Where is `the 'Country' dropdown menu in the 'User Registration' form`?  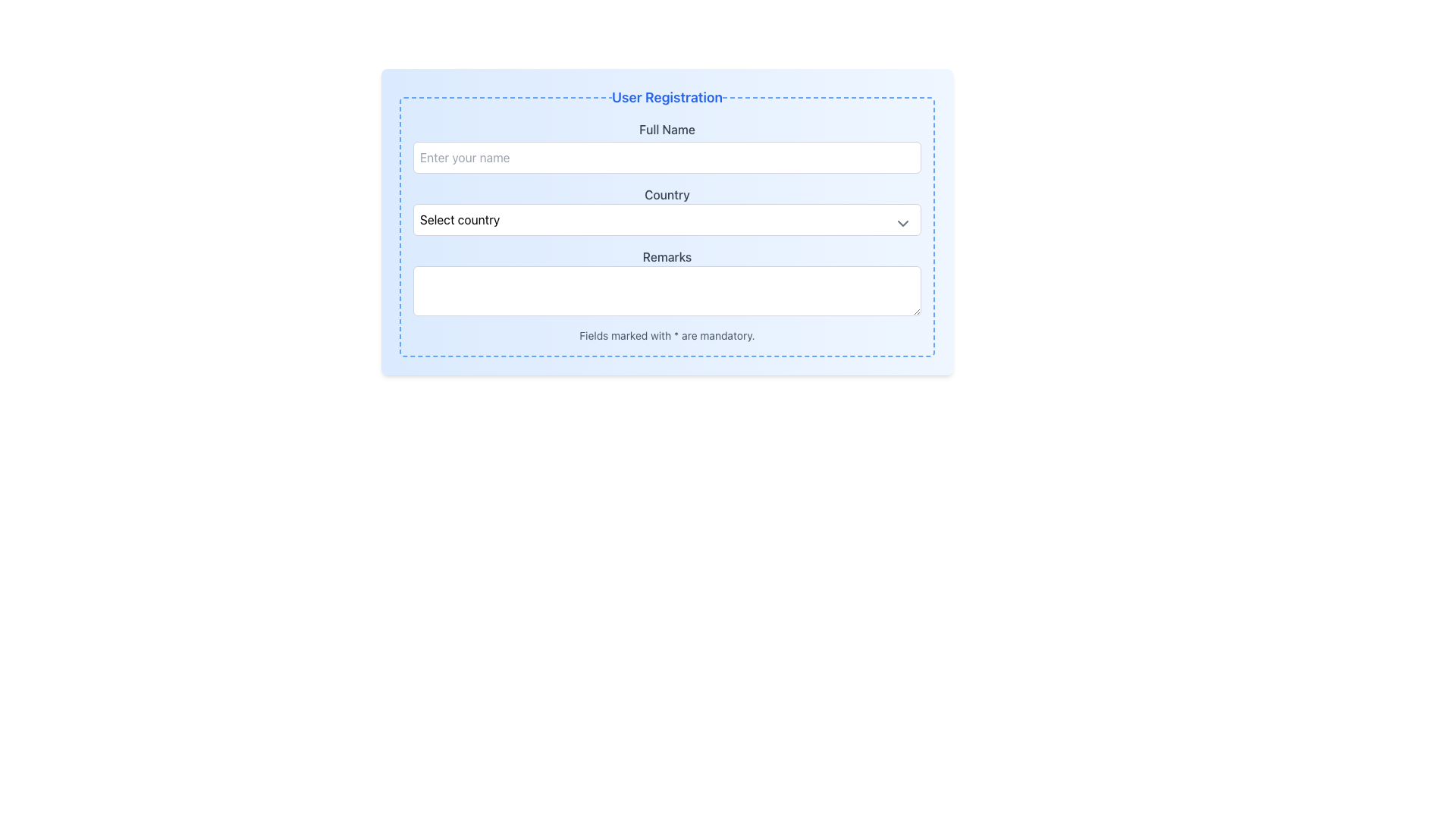 the 'Country' dropdown menu in the 'User Registration' form is located at coordinates (667, 222).